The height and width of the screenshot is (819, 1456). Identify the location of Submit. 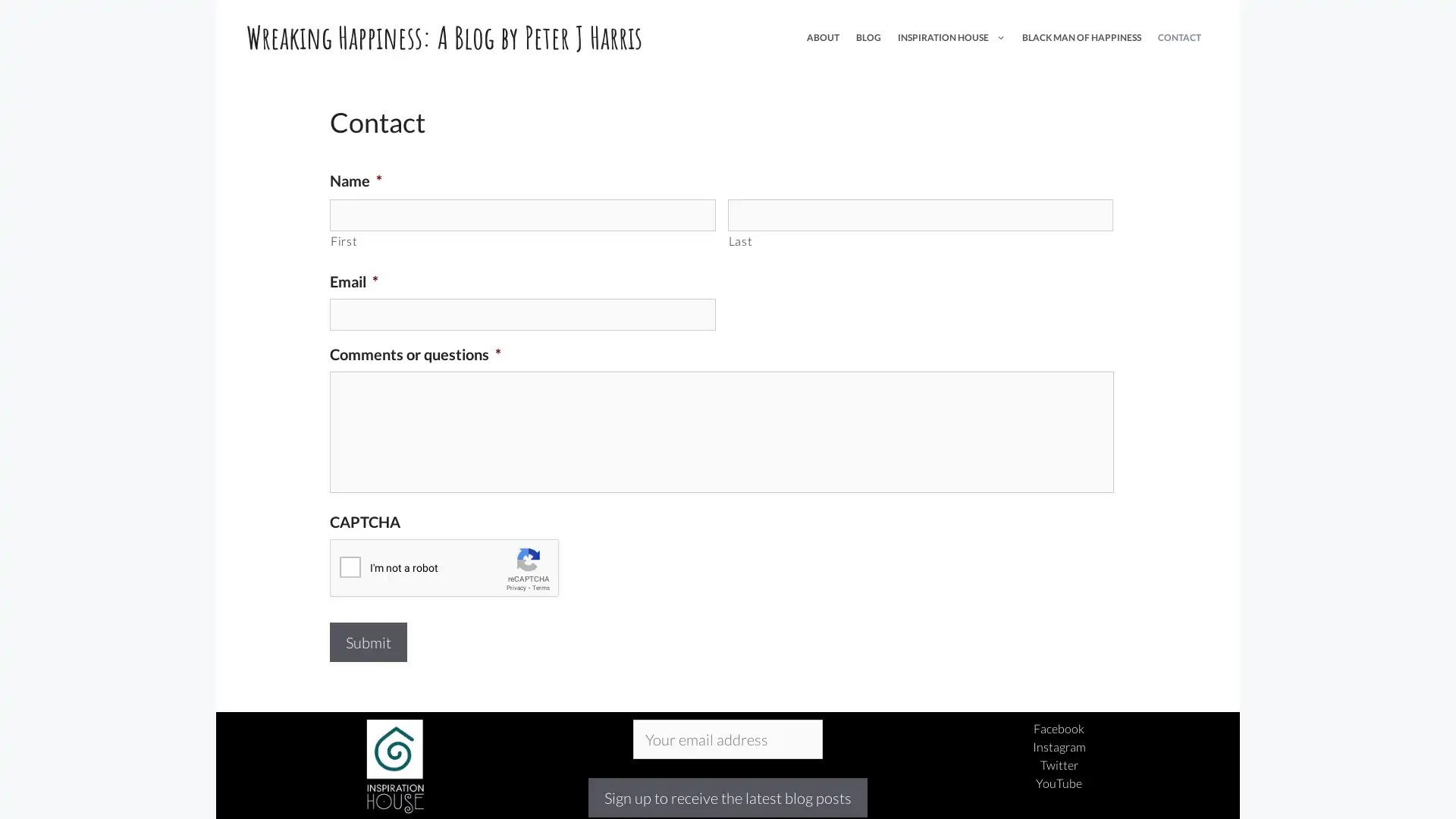
(368, 641).